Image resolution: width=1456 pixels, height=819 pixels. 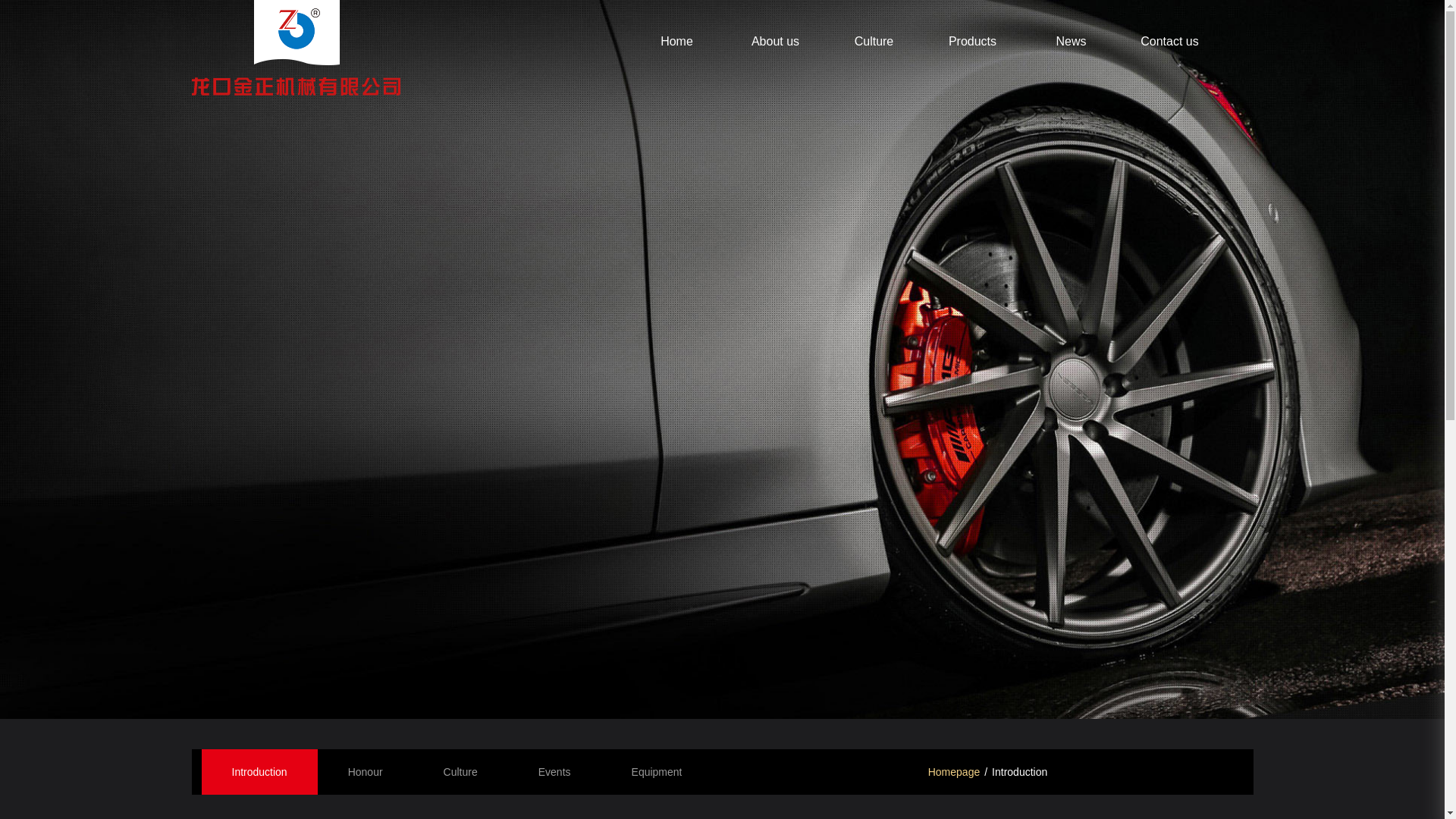 I want to click on 'About us', so click(x=775, y=40).